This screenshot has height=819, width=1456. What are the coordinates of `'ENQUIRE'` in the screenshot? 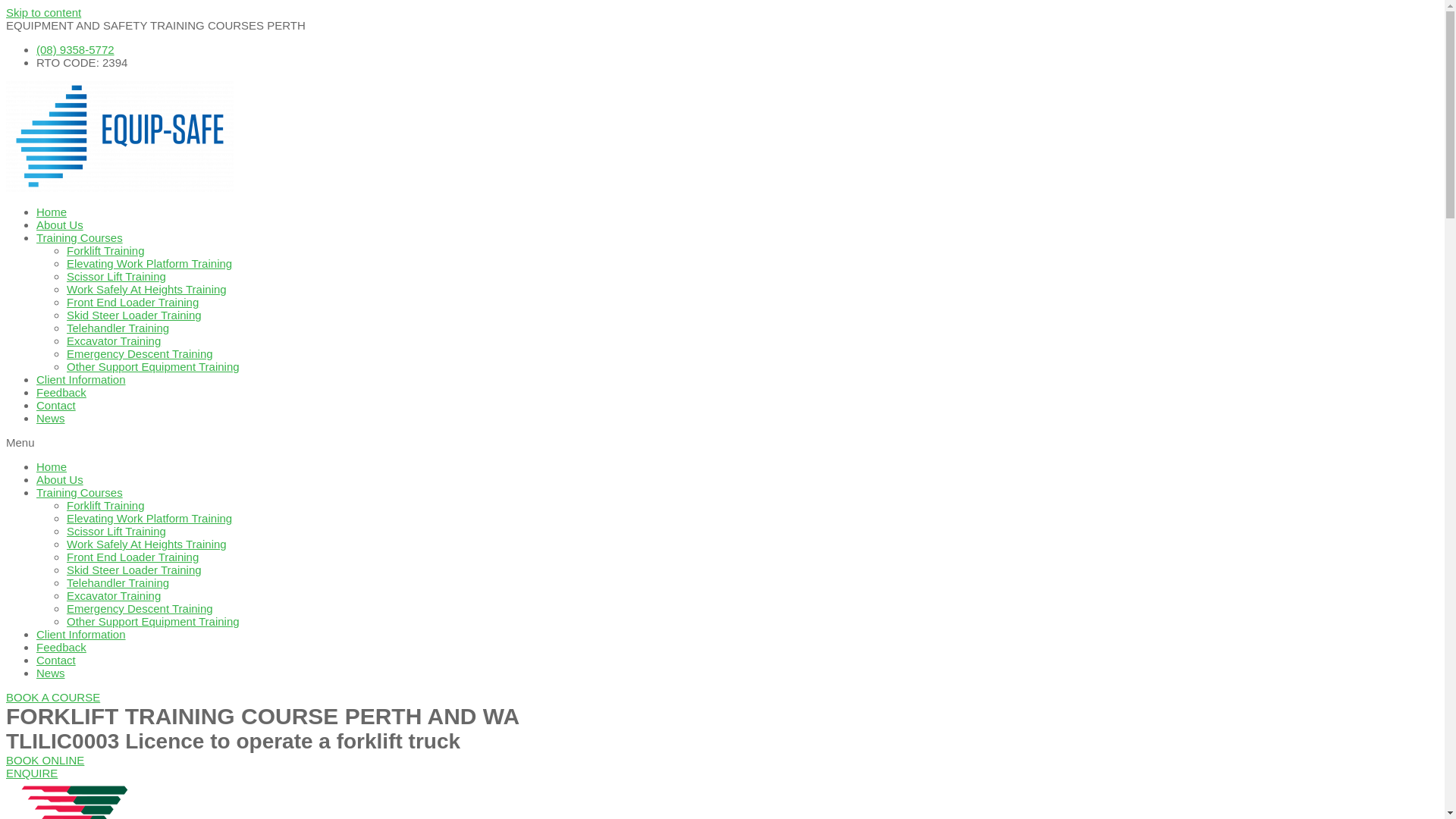 It's located at (32, 773).